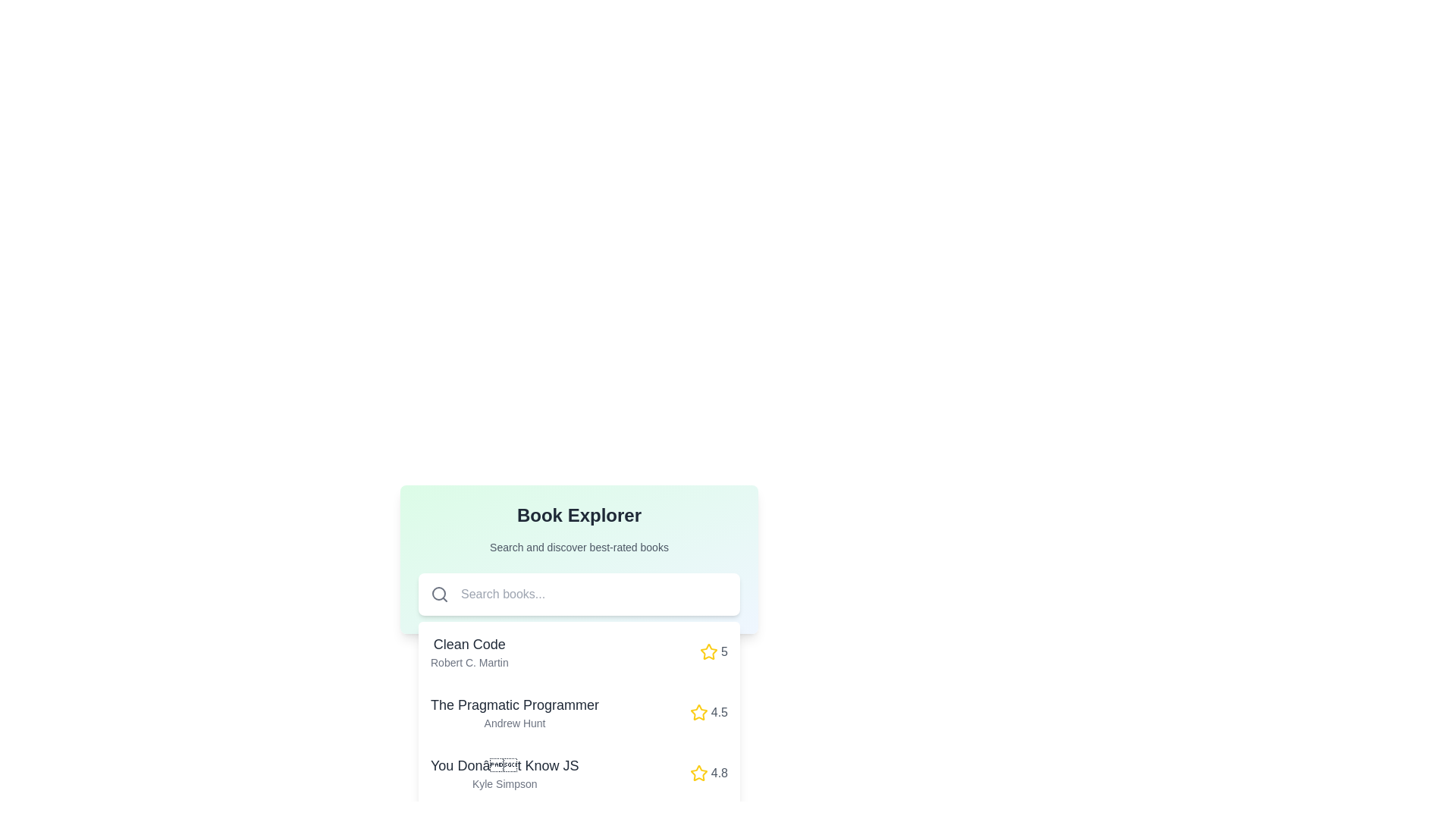 Image resolution: width=1456 pixels, height=819 pixels. What do you see at coordinates (708, 713) in the screenshot?
I see `the rating indicator for the book 'The Pragmatic Programmer', which displays the star icon and the rating text '4.5' located to the right of the row` at bounding box center [708, 713].